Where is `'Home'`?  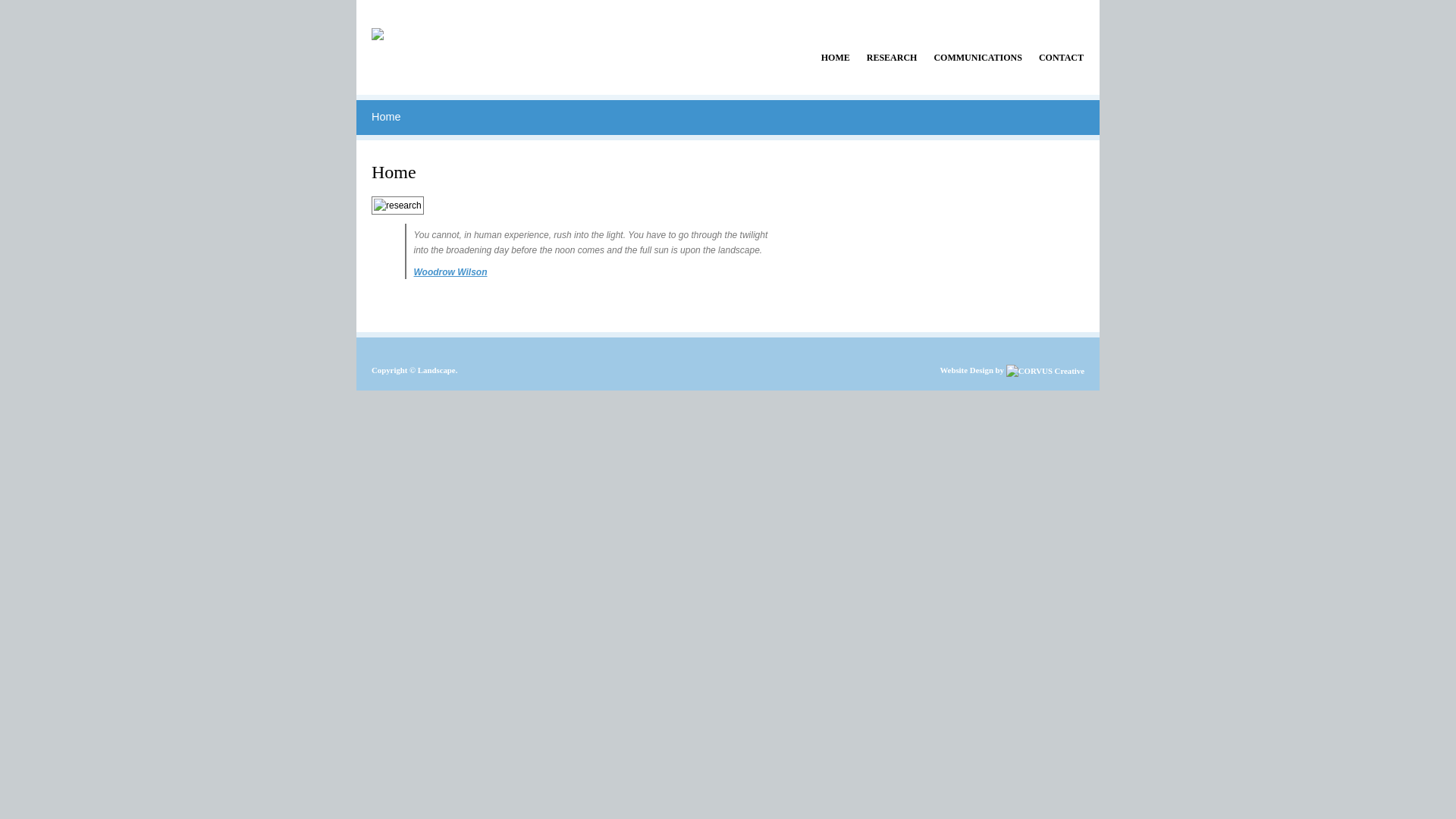
'Home' is located at coordinates (371, 116).